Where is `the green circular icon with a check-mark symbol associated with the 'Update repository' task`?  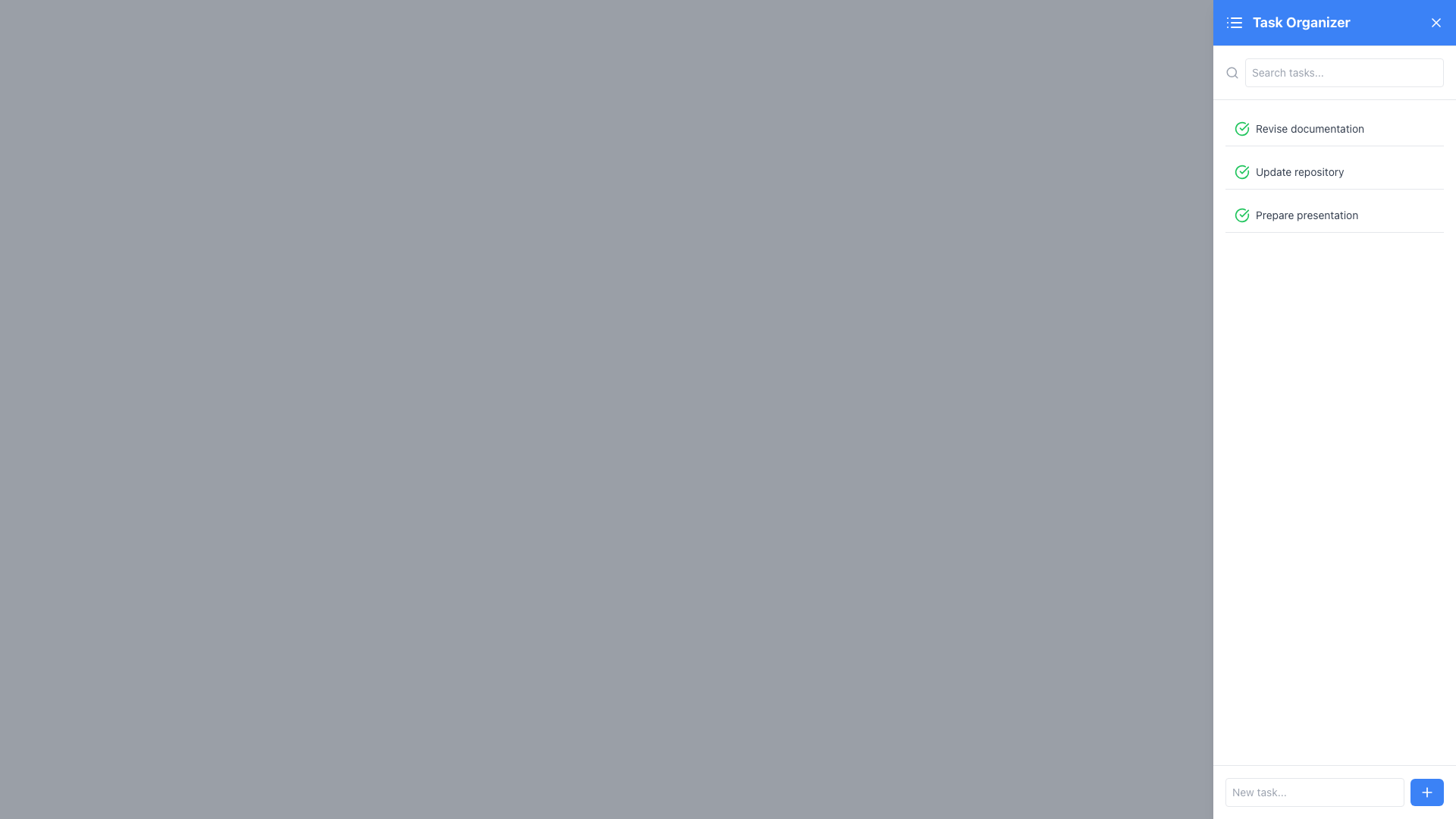 the green circular icon with a check-mark symbol associated with the 'Update repository' task is located at coordinates (1241, 171).